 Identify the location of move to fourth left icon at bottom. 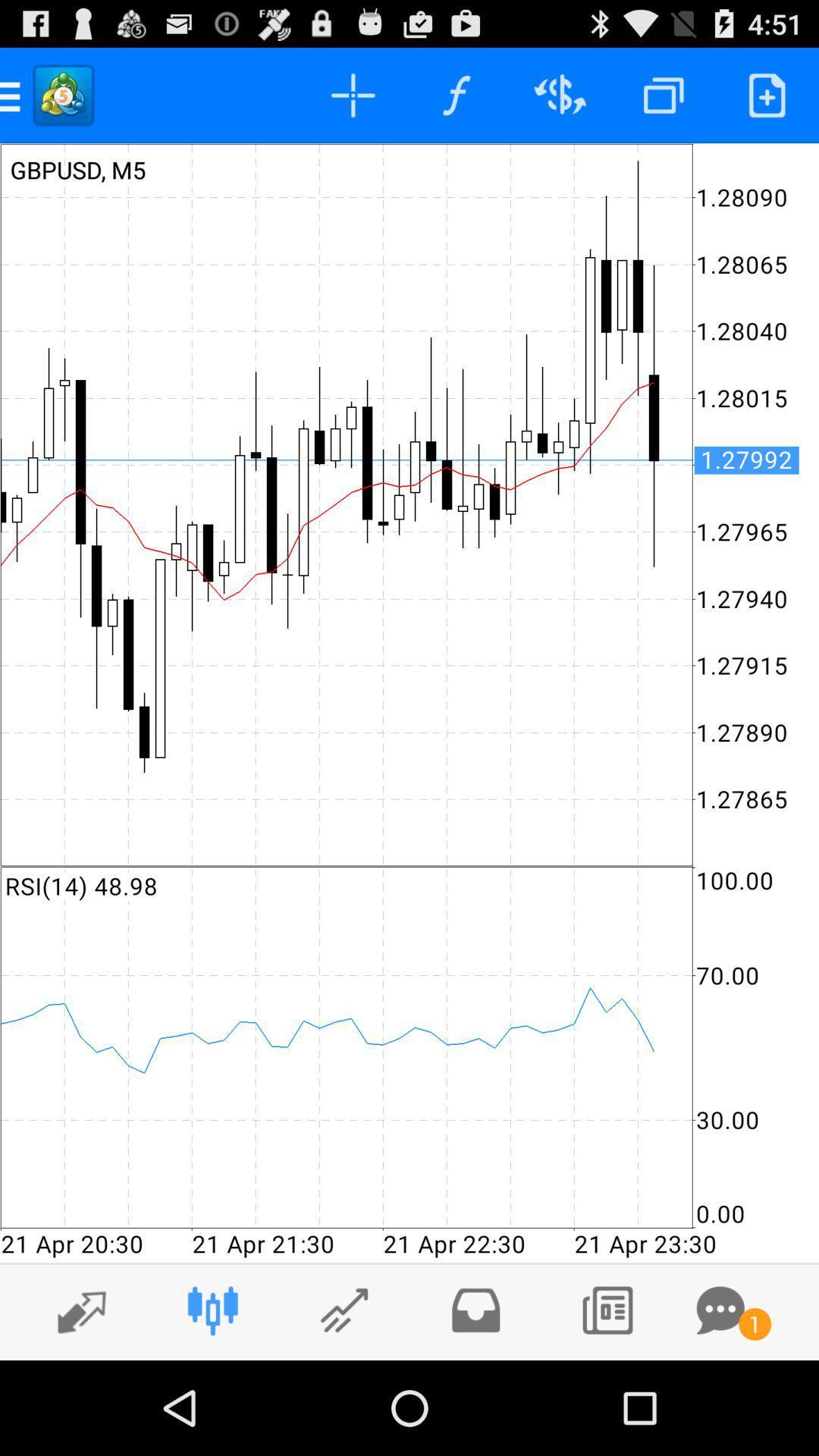
(475, 1310).